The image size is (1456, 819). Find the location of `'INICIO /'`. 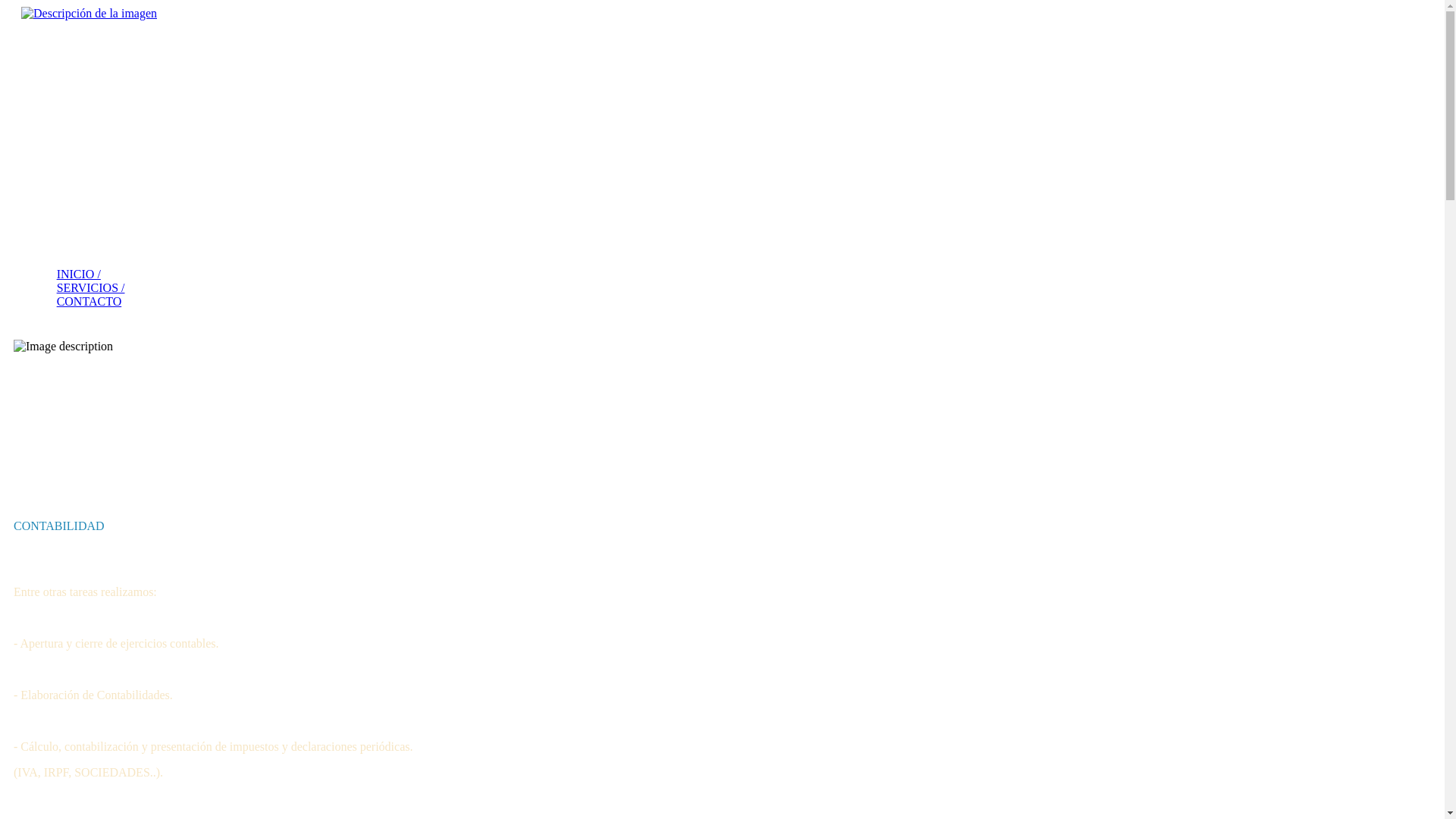

'INICIO /' is located at coordinates (78, 274).